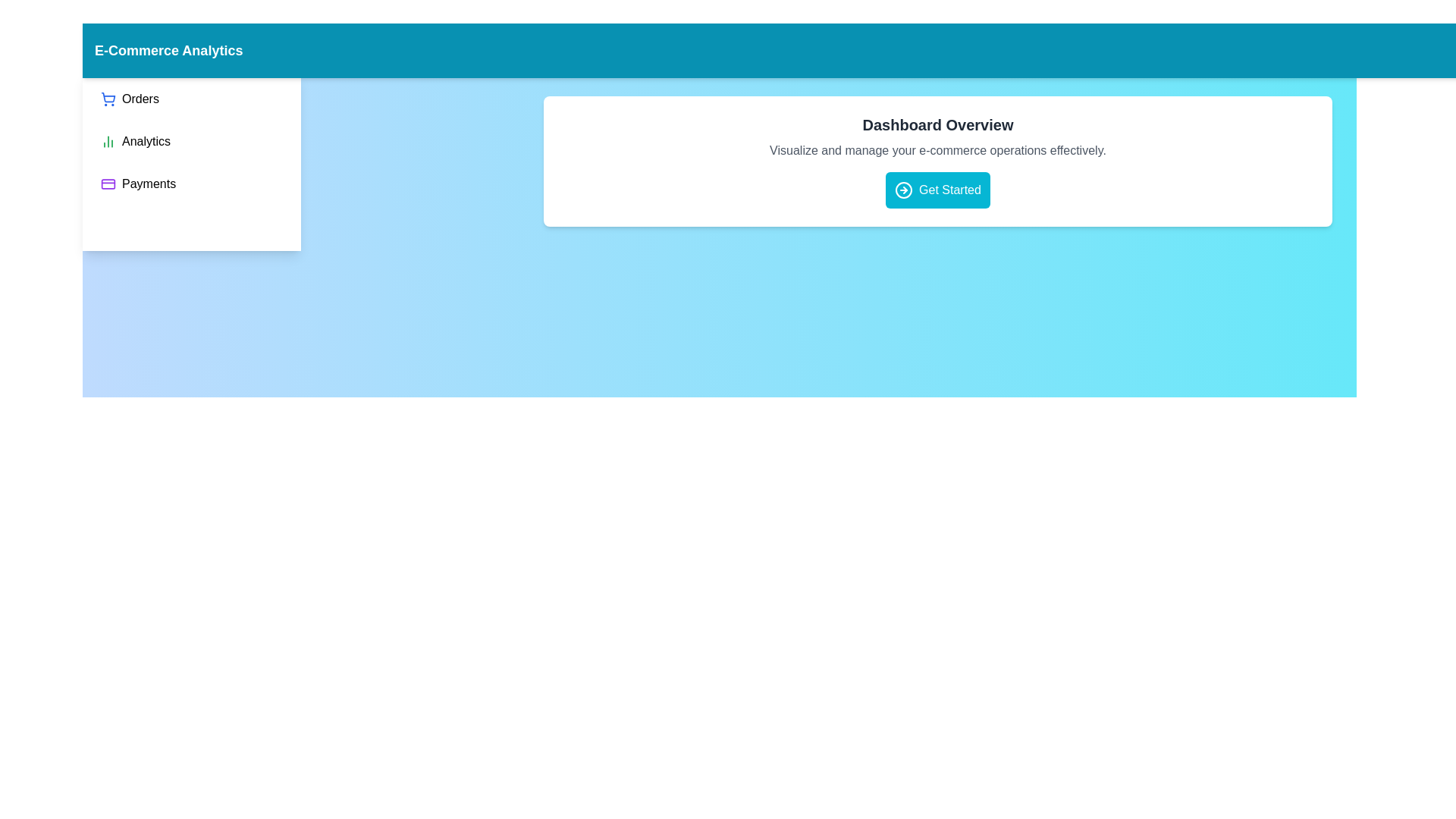 This screenshot has width=1456, height=819. I want to click on the Navigation Button for the 'Analytics' section, located in the sidebar below the 'Orders' button and above the 'Payments' button, to trigger hover effects, so click(135, 141).